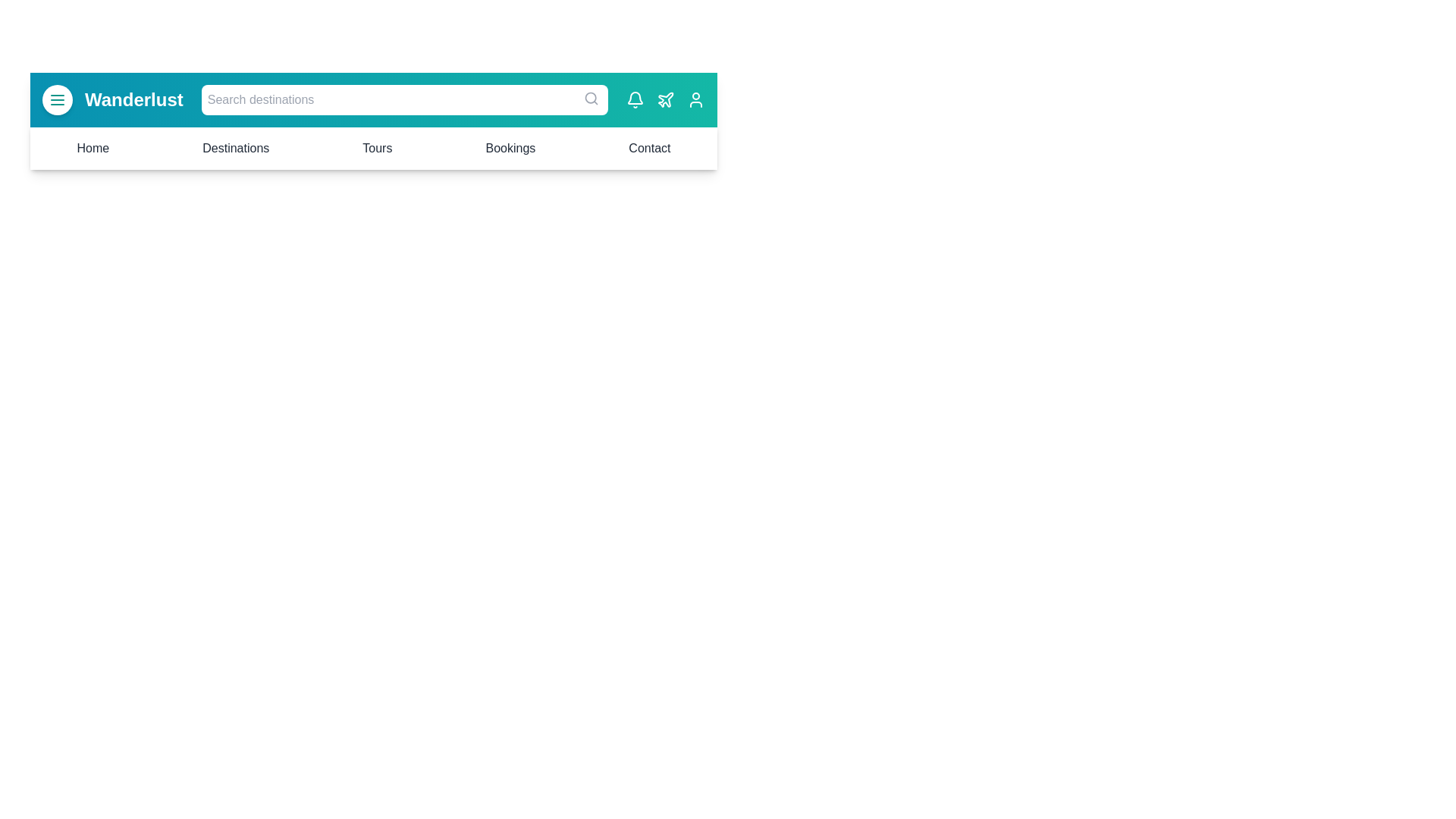  Describe the element at coordinates (92, 149) in the screenshot. I see `the menu item Home to navigate to the corresponding section` at that location.